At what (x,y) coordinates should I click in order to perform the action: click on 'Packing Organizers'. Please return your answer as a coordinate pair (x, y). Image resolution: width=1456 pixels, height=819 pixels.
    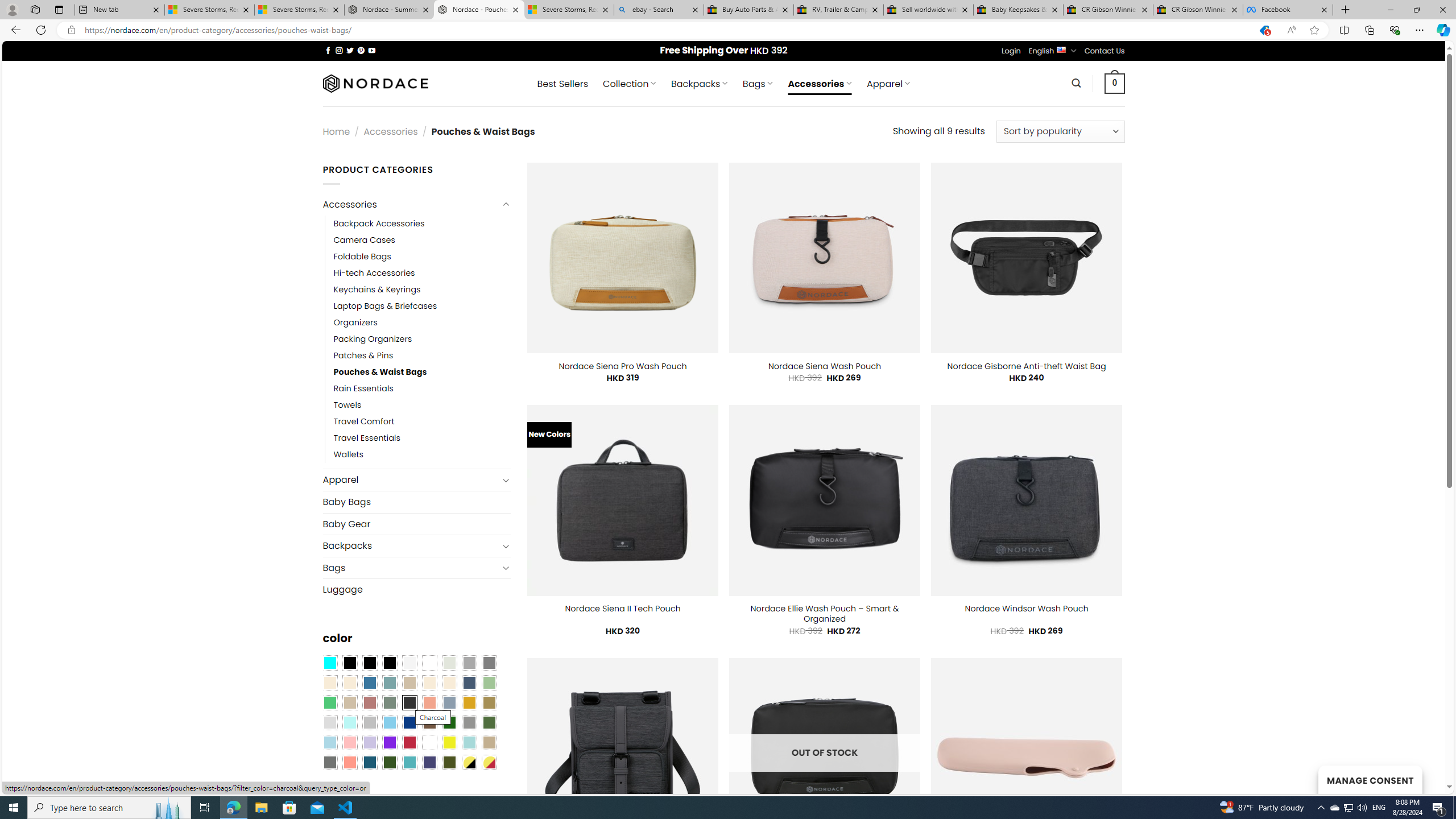
    Looking at the image, I should click on (373, 338).